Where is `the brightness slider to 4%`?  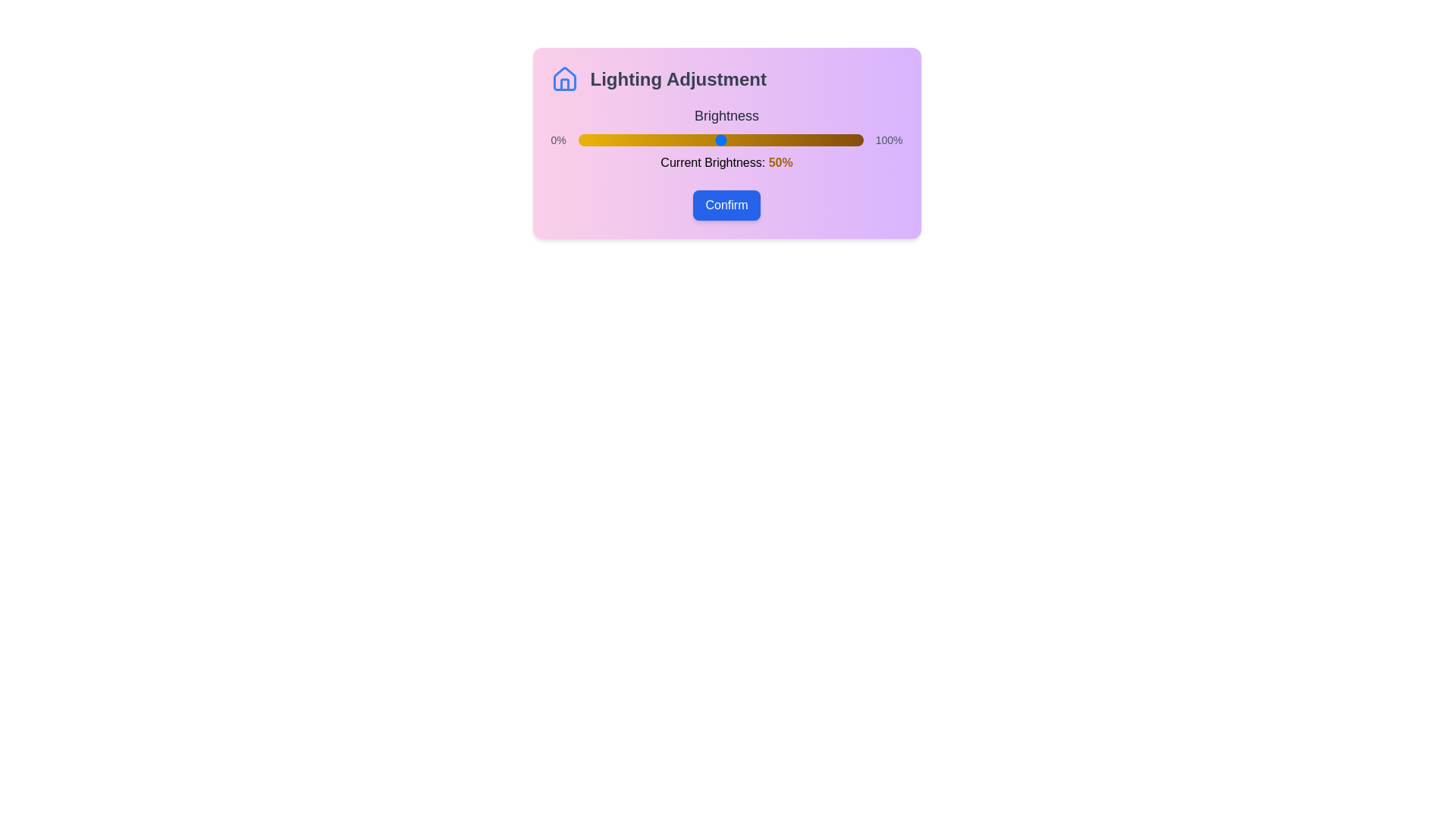 the brightness slider to 4% is located at coordinates (588, 140).